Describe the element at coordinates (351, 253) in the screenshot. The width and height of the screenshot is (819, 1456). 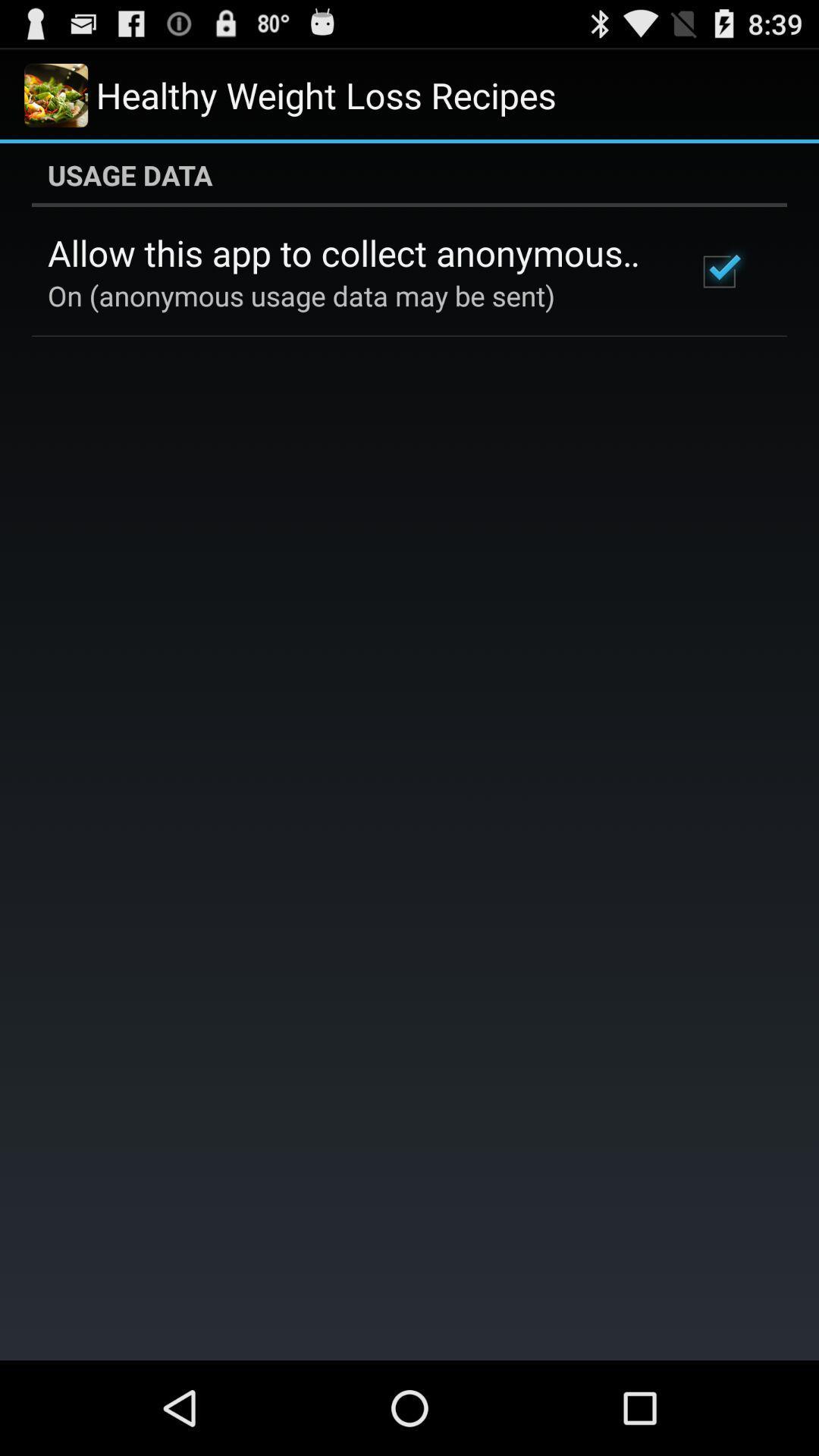
I see `icon above on anonymous usage app` at that location.